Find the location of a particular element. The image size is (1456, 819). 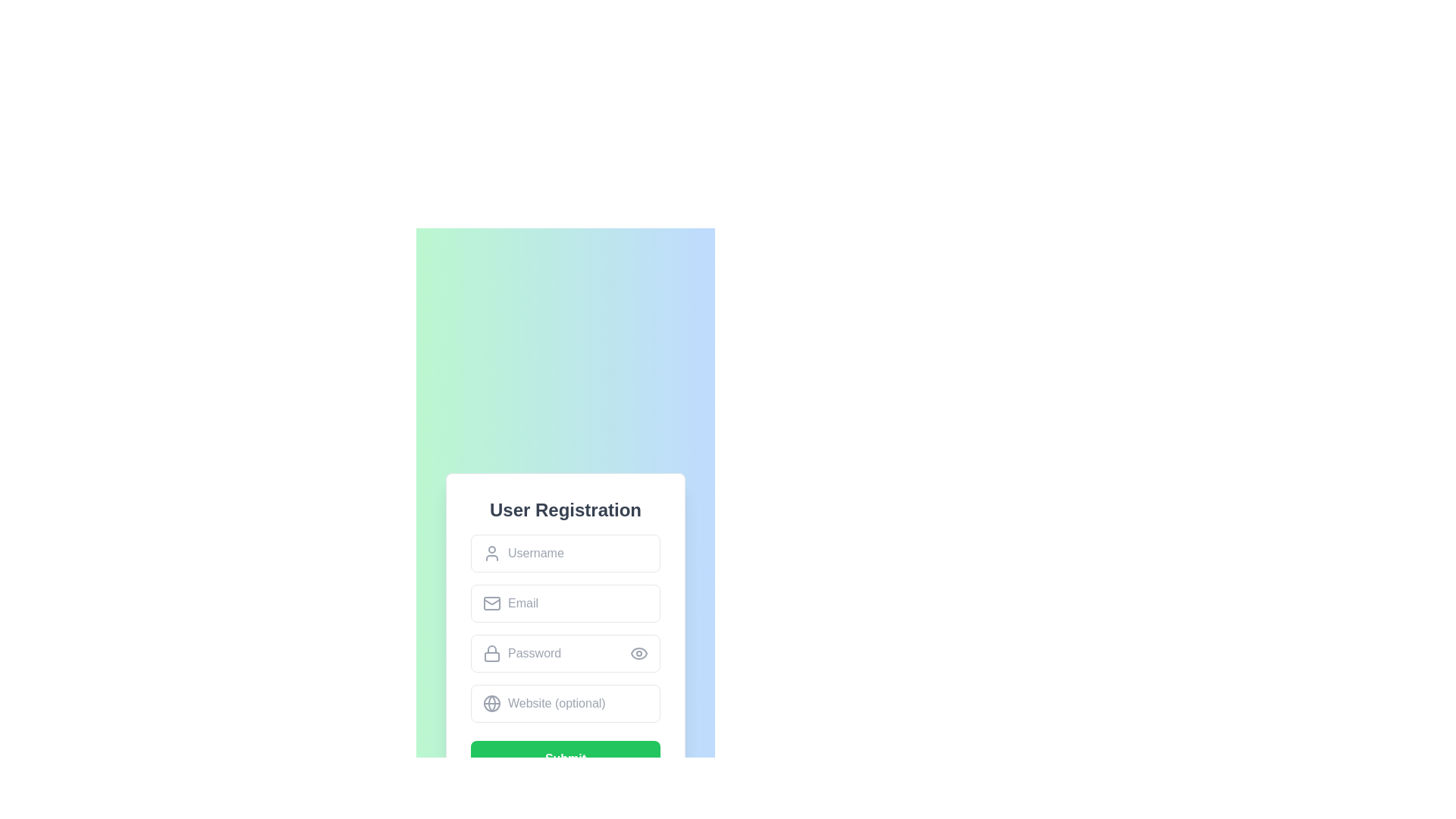

the vertical form layout of input fields in the 'User Registration' modal to activate the focus effect is located at coordinates (564, 629).